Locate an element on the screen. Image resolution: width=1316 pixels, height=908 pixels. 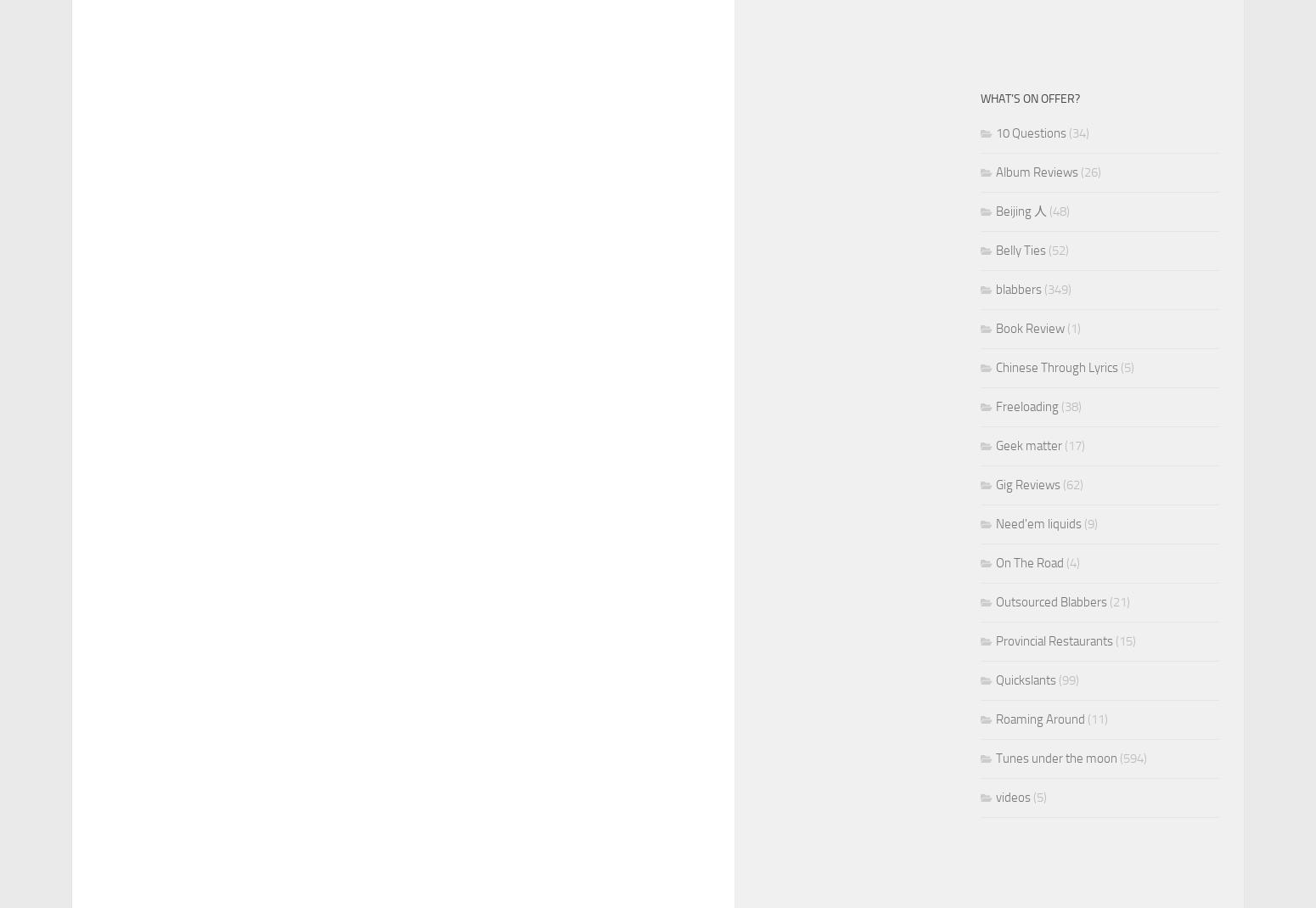
'Tunes under the moon' is located at coordinates (996, 758).